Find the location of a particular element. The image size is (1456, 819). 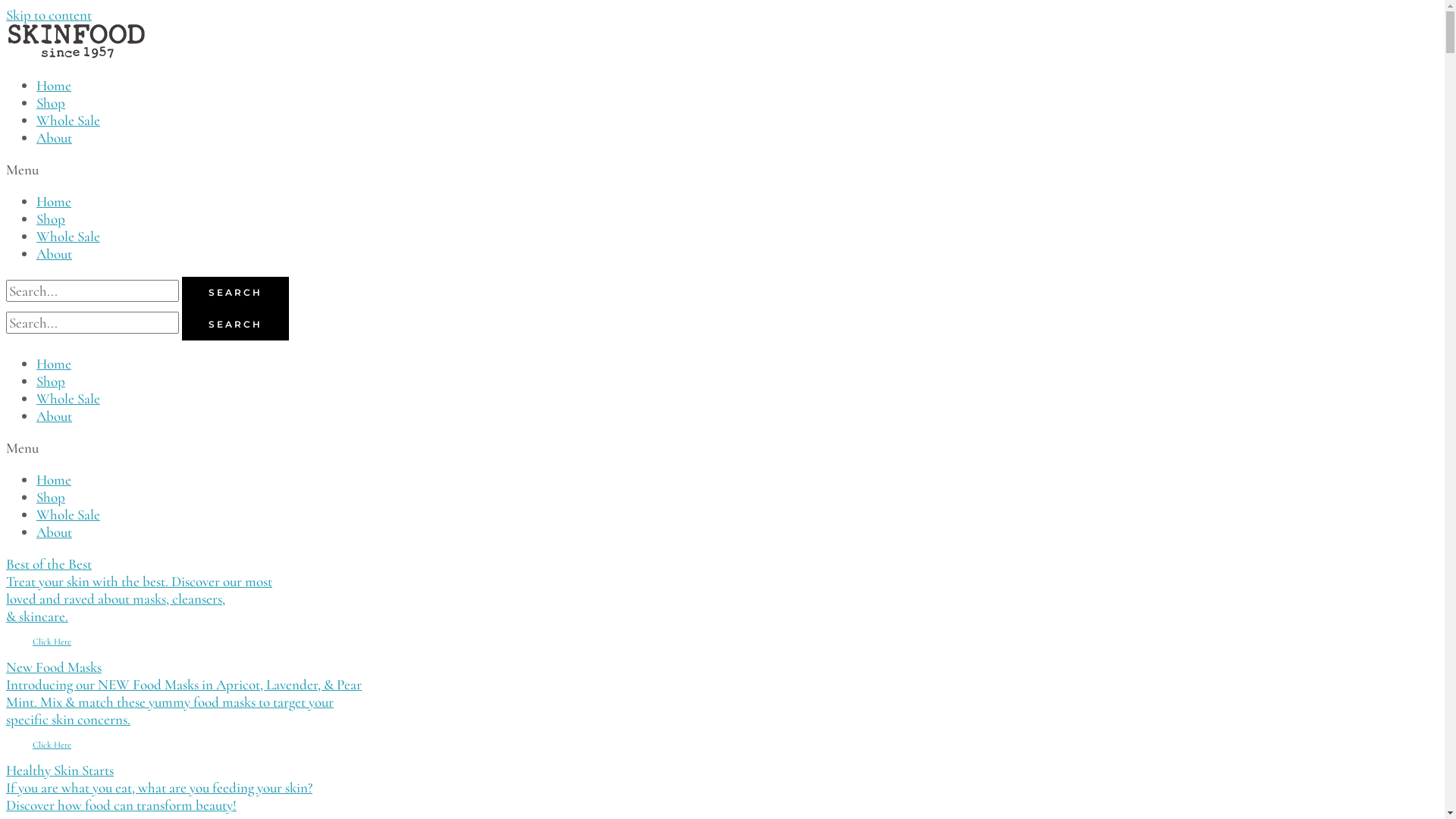

'SEARCH' is located at coordinates (234, 292).